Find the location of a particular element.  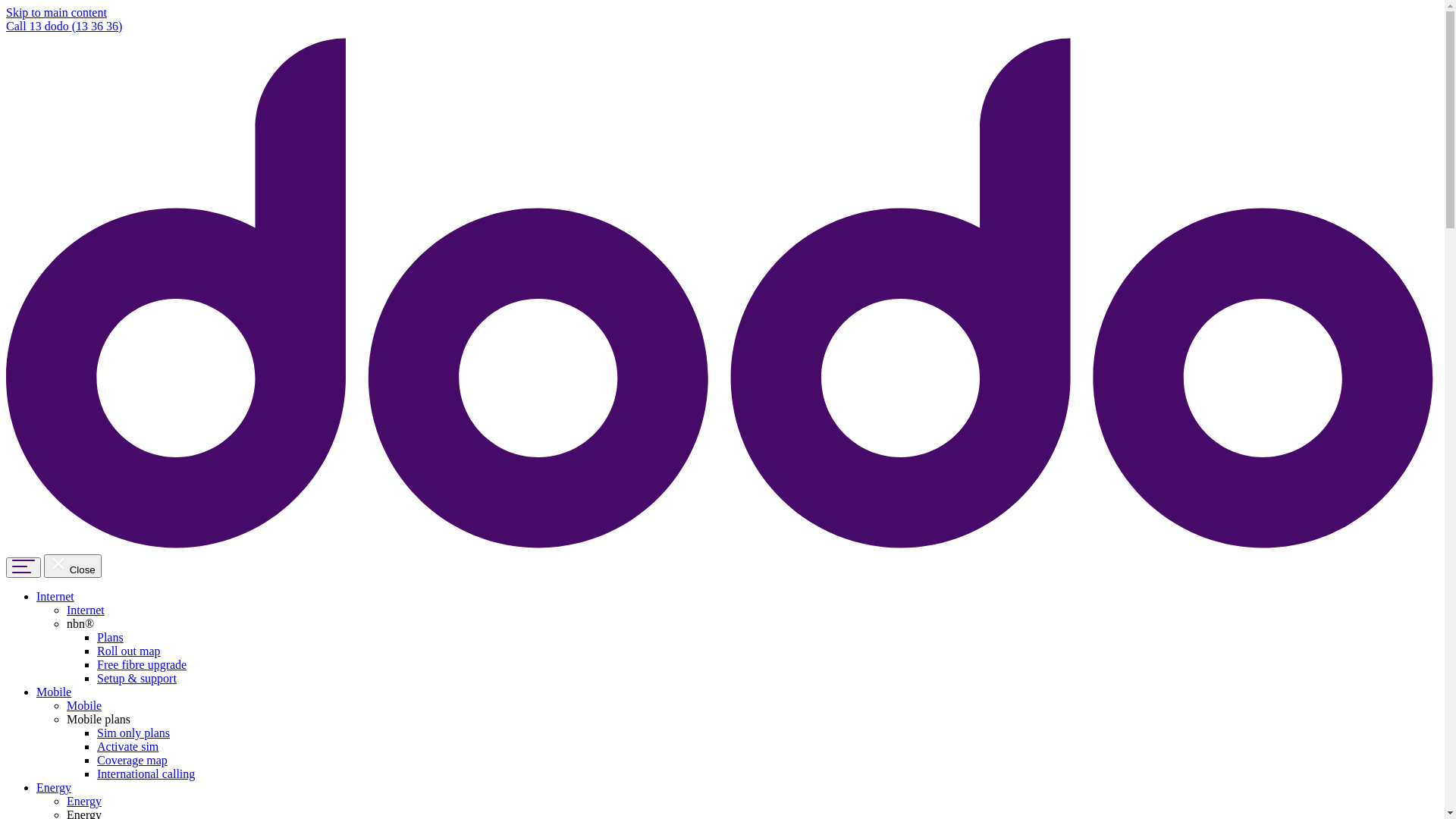

'Skip to main content' is located at coordinates (56, 12).